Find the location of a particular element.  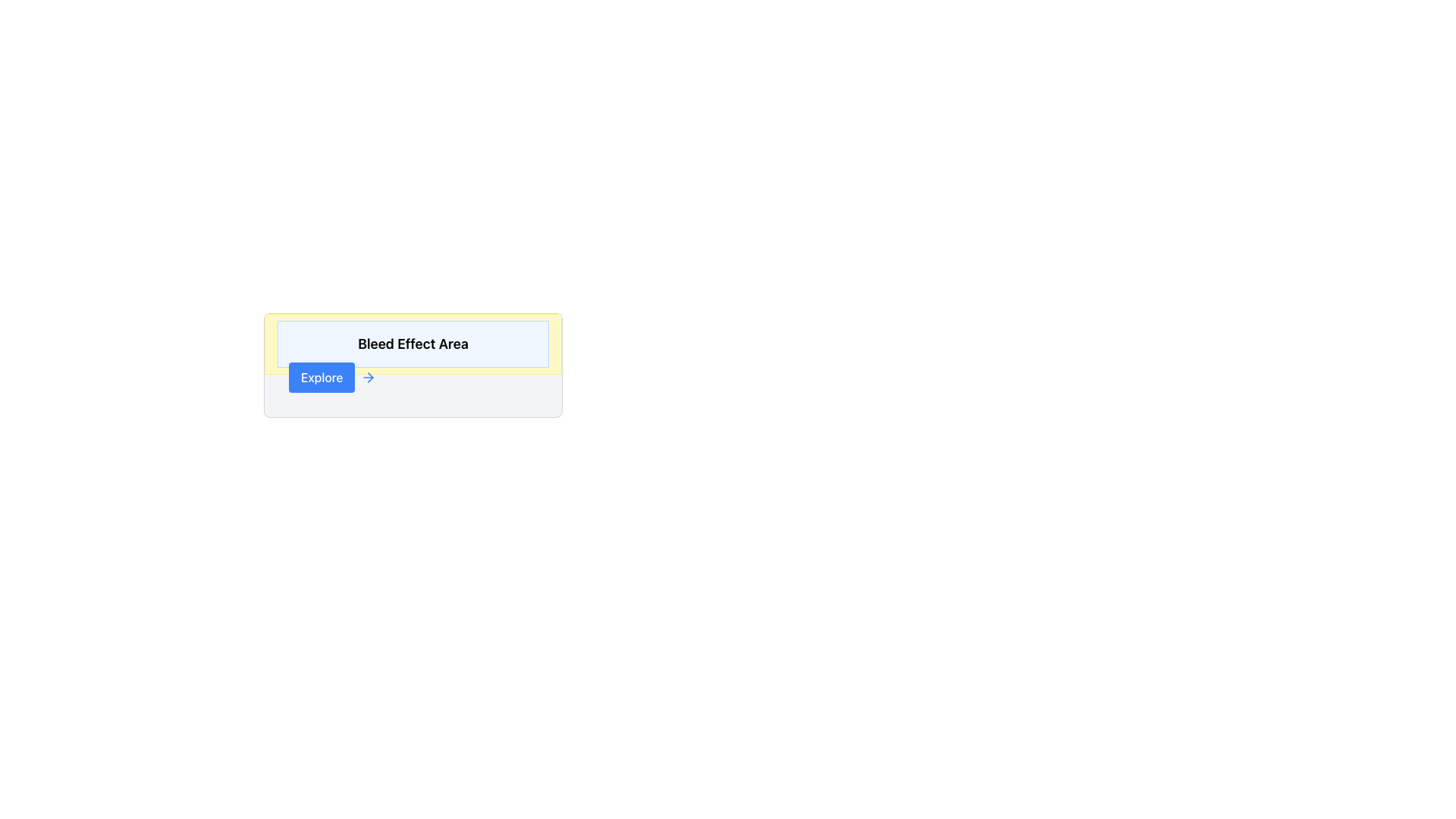

the centered text label that reads 'Bleed Effect Area', styled in a large bold font, located in a light blue section above the blue button labeled 'Explore' is located at coordinates (413, 344).